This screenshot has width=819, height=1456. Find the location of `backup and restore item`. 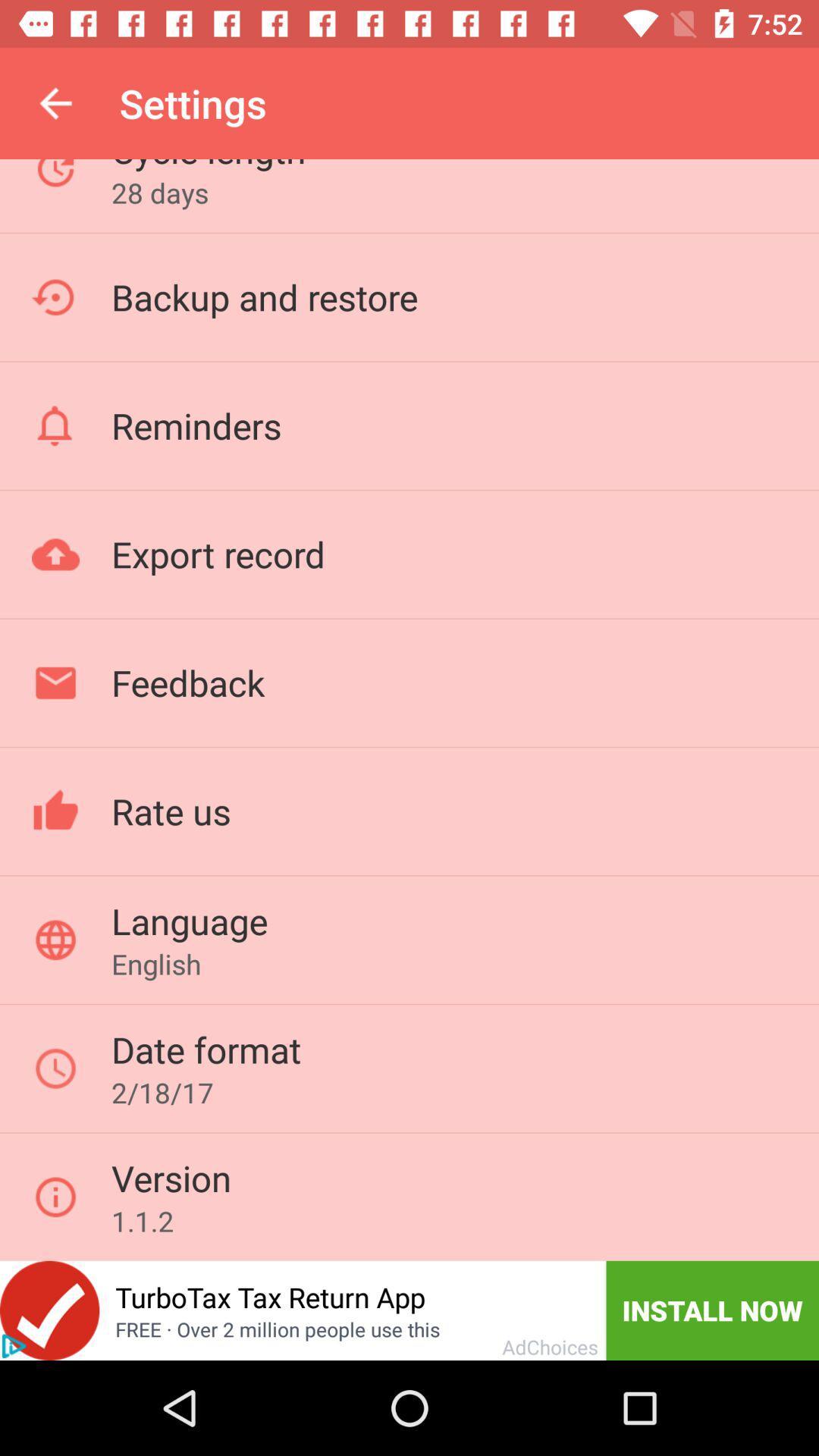

backup and restore item is located at coordinates (264, 297).